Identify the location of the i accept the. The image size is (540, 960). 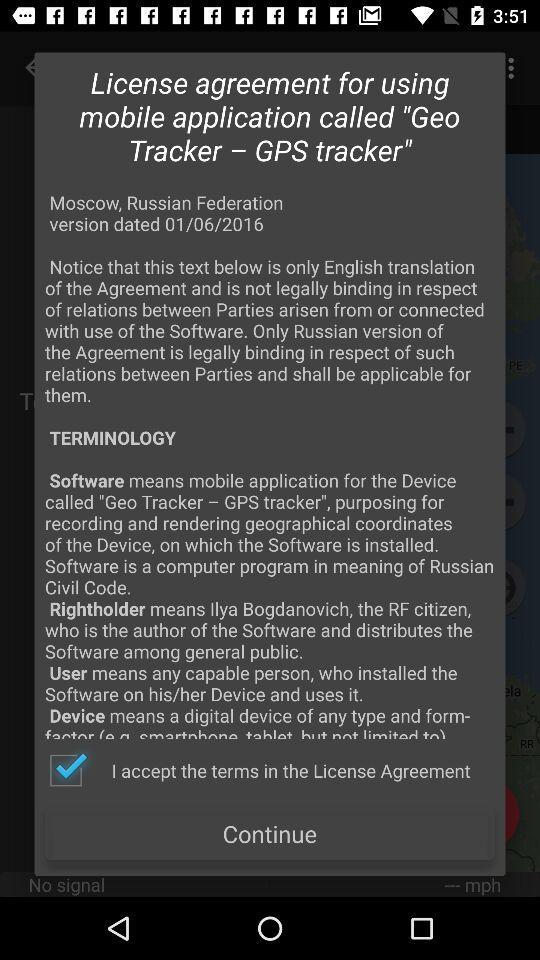
(259, 769).